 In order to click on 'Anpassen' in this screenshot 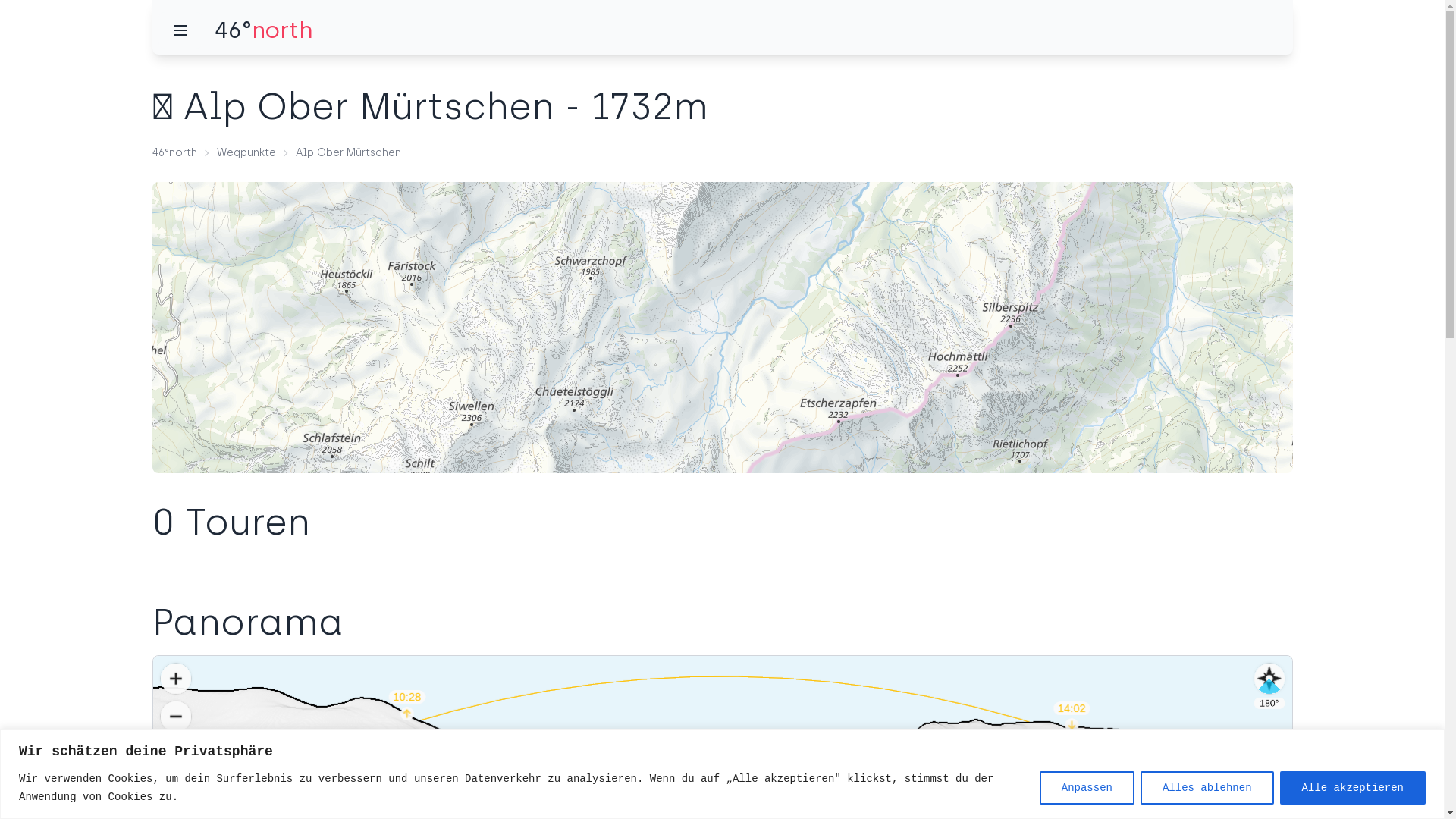, I will do `click(1086, 786)`.